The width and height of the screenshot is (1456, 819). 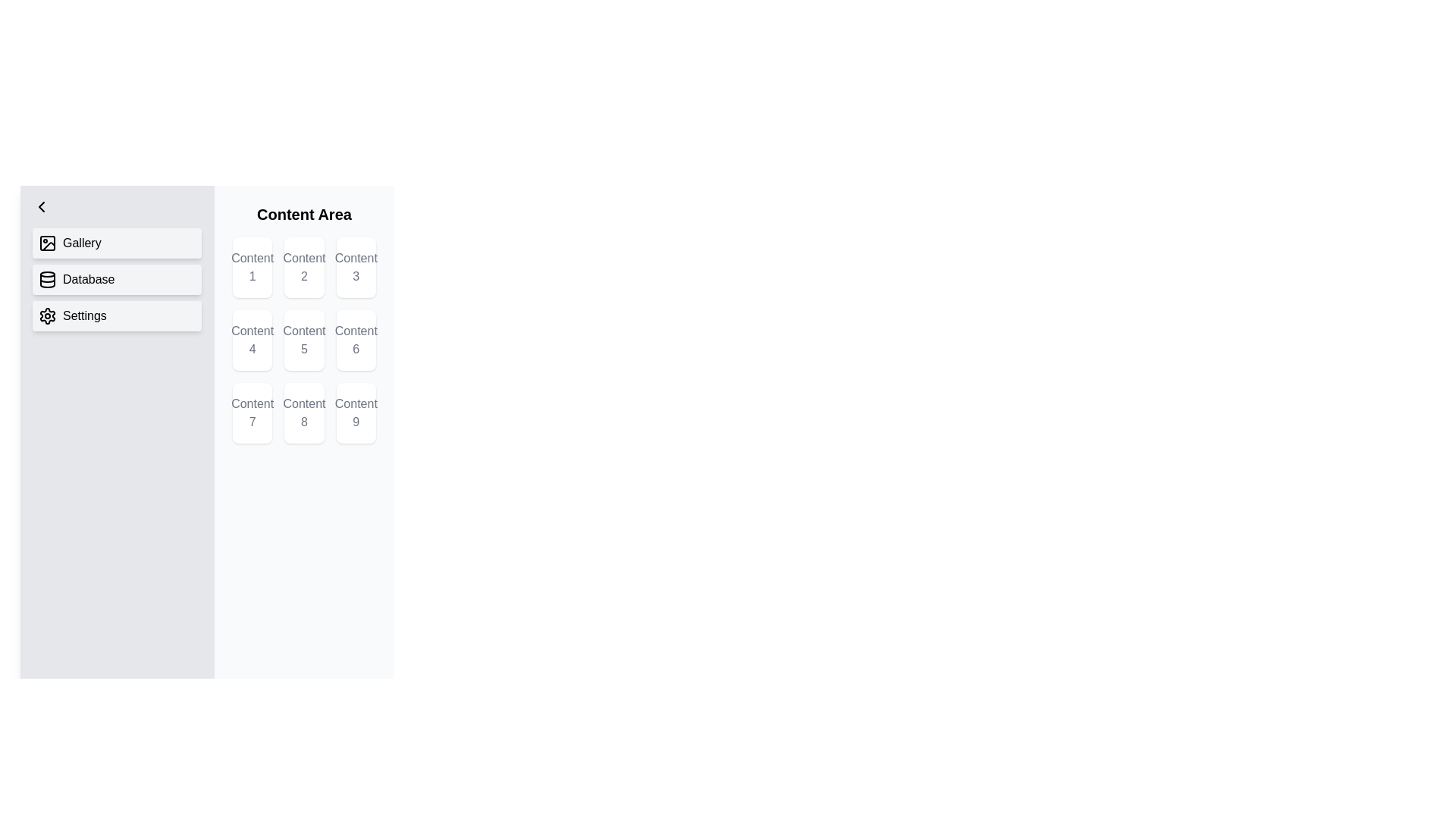 What do you see at coordinates (303, 267) in the screenshot?
I see `the card in the grid's first row and second column that displays content related to 'Content 2'` at bounding box center [303, 267].